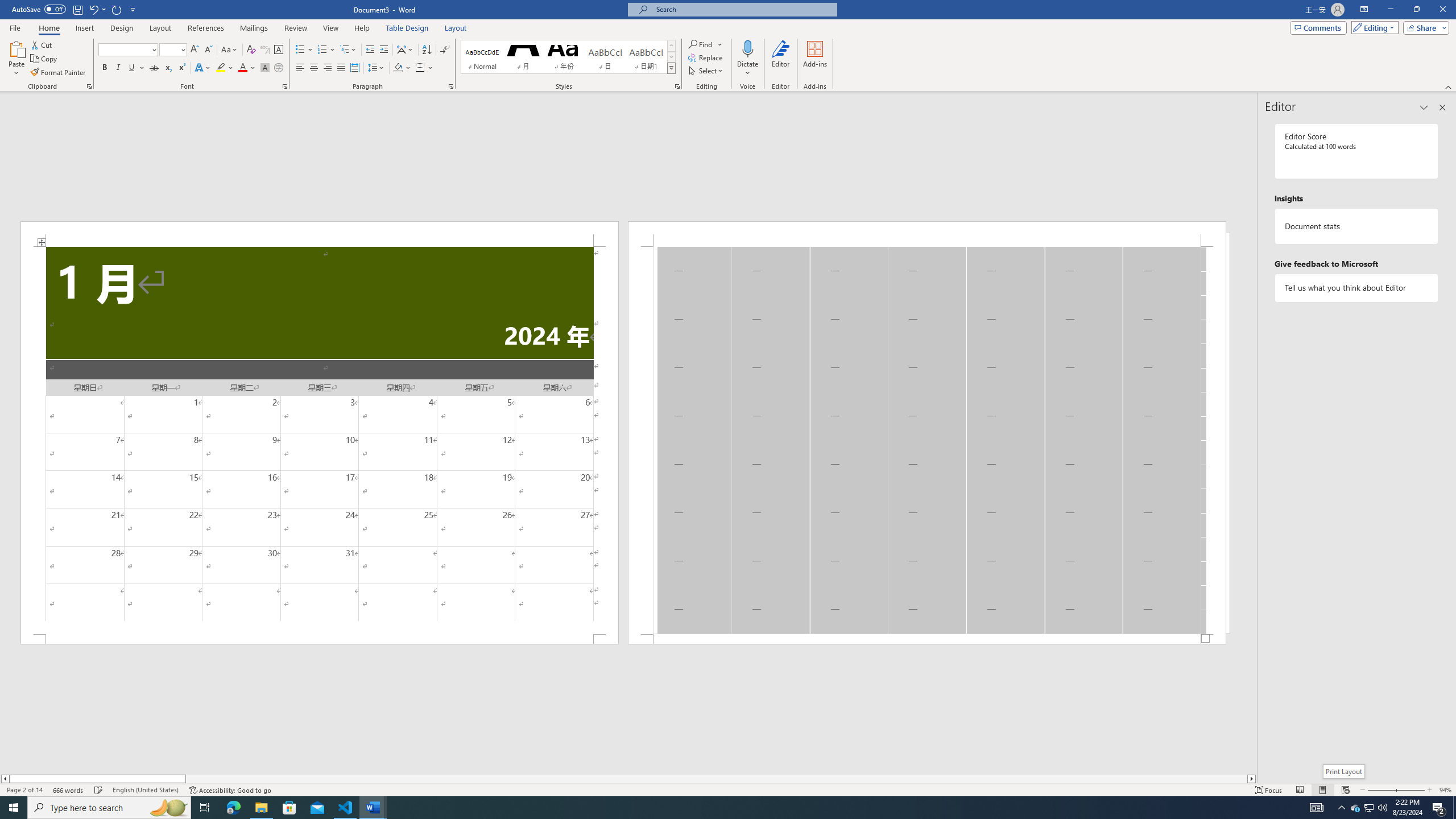 This screenshot has width=1456, height=819. I want to click on 'Align Left', so click(300, 67).